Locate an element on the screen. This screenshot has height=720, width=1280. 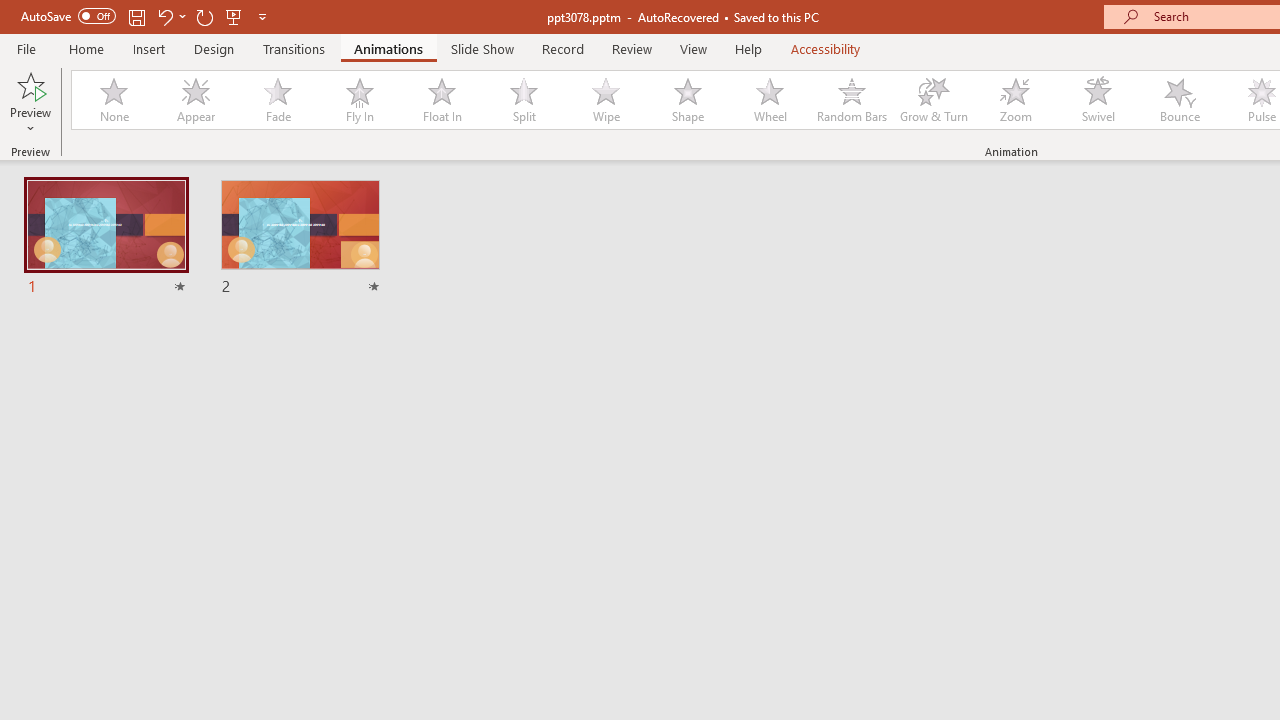
'Grow & Turn' is located at coordinates (933, 100).